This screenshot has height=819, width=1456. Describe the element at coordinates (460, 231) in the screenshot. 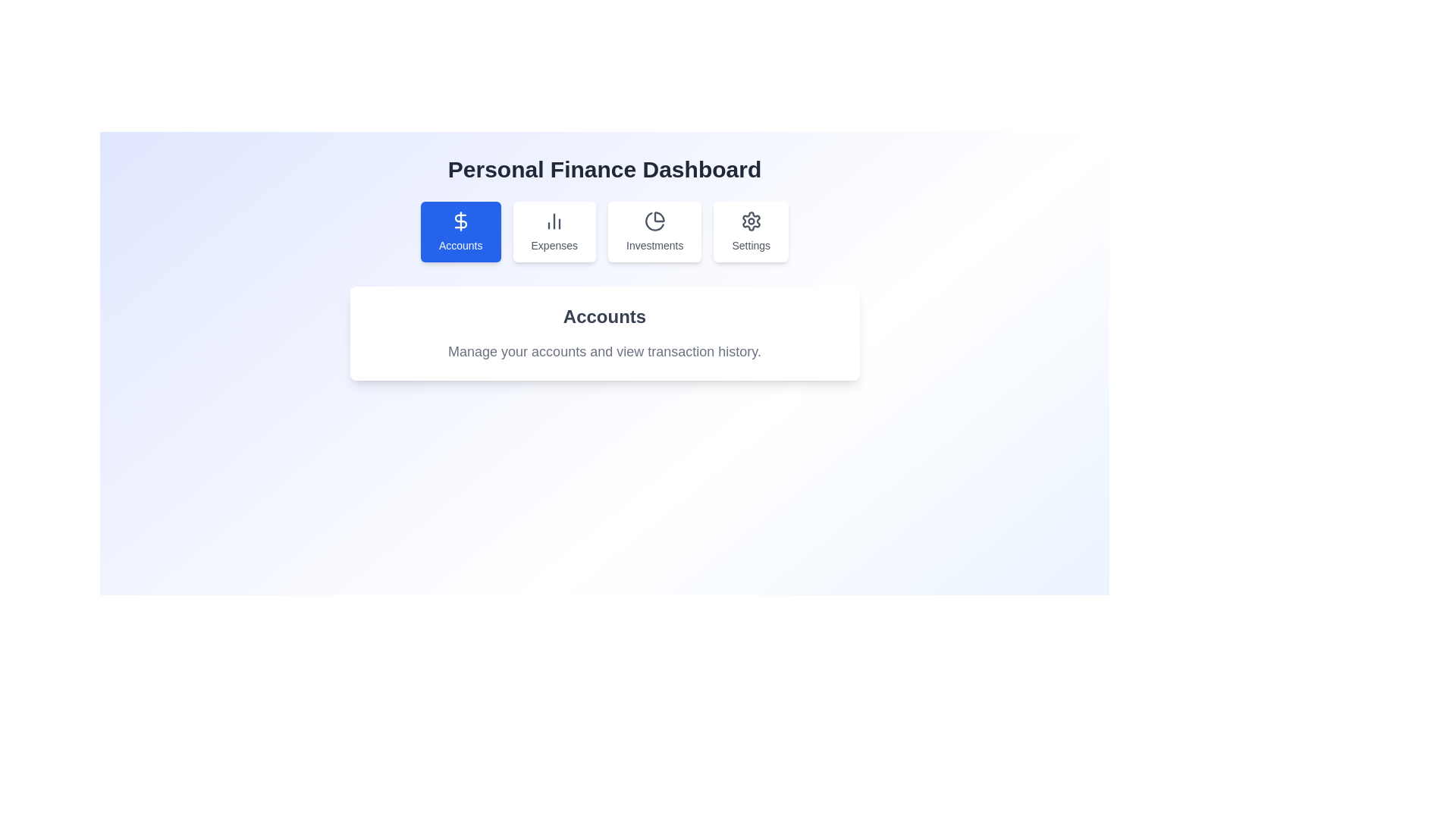

I see `the blue button labeled 'Accounts' with a dollar symbol to observe its hover animations` at that location.